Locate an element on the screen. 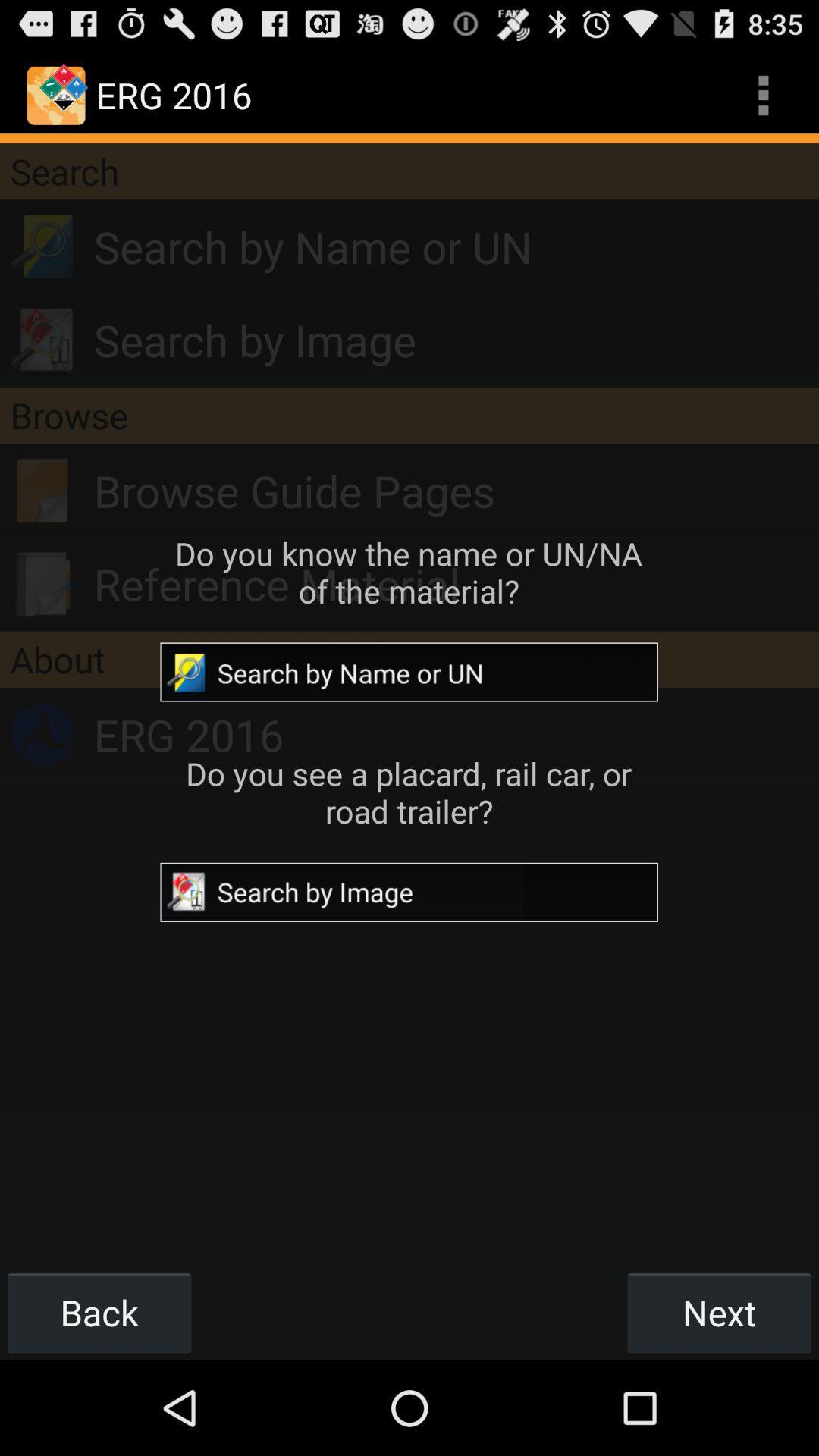 The height and width of the screenshot is (1456, 819). next icon is located at coordinates (718, 1312).